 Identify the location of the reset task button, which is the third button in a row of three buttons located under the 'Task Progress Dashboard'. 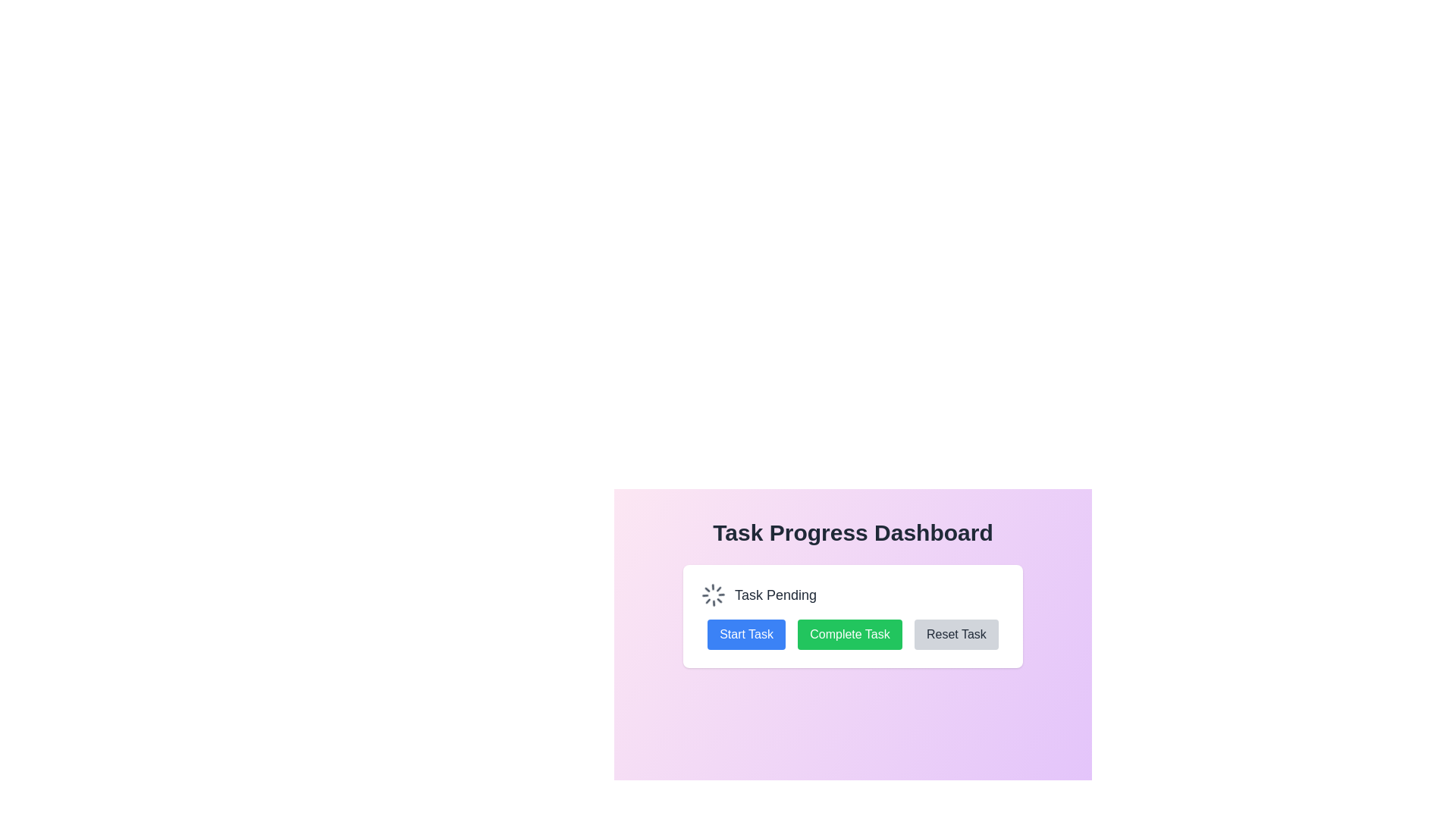
(955, 635).